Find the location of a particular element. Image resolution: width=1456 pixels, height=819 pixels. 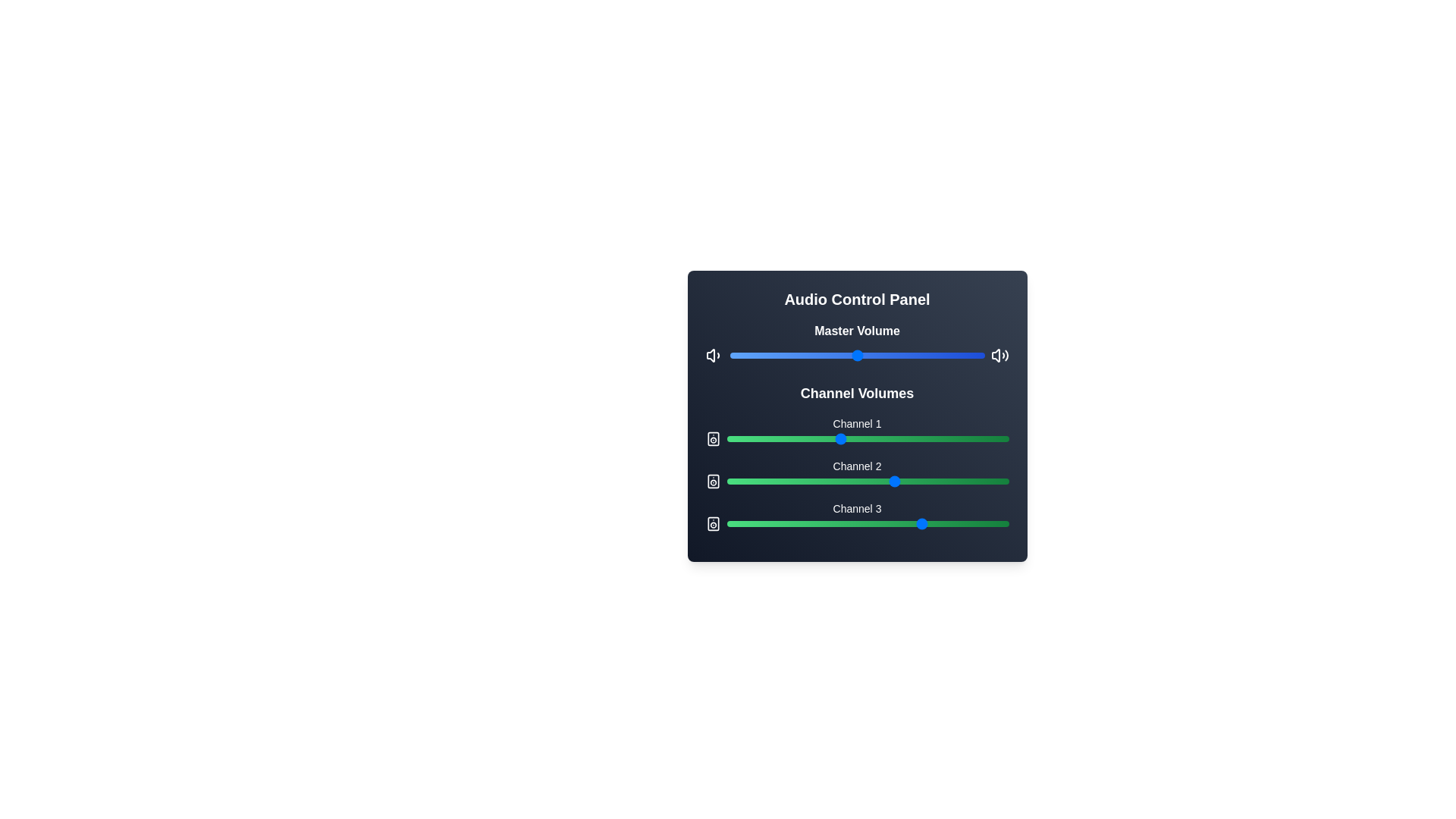

the volume of Channel 2 is located at coordinates (827, 482).